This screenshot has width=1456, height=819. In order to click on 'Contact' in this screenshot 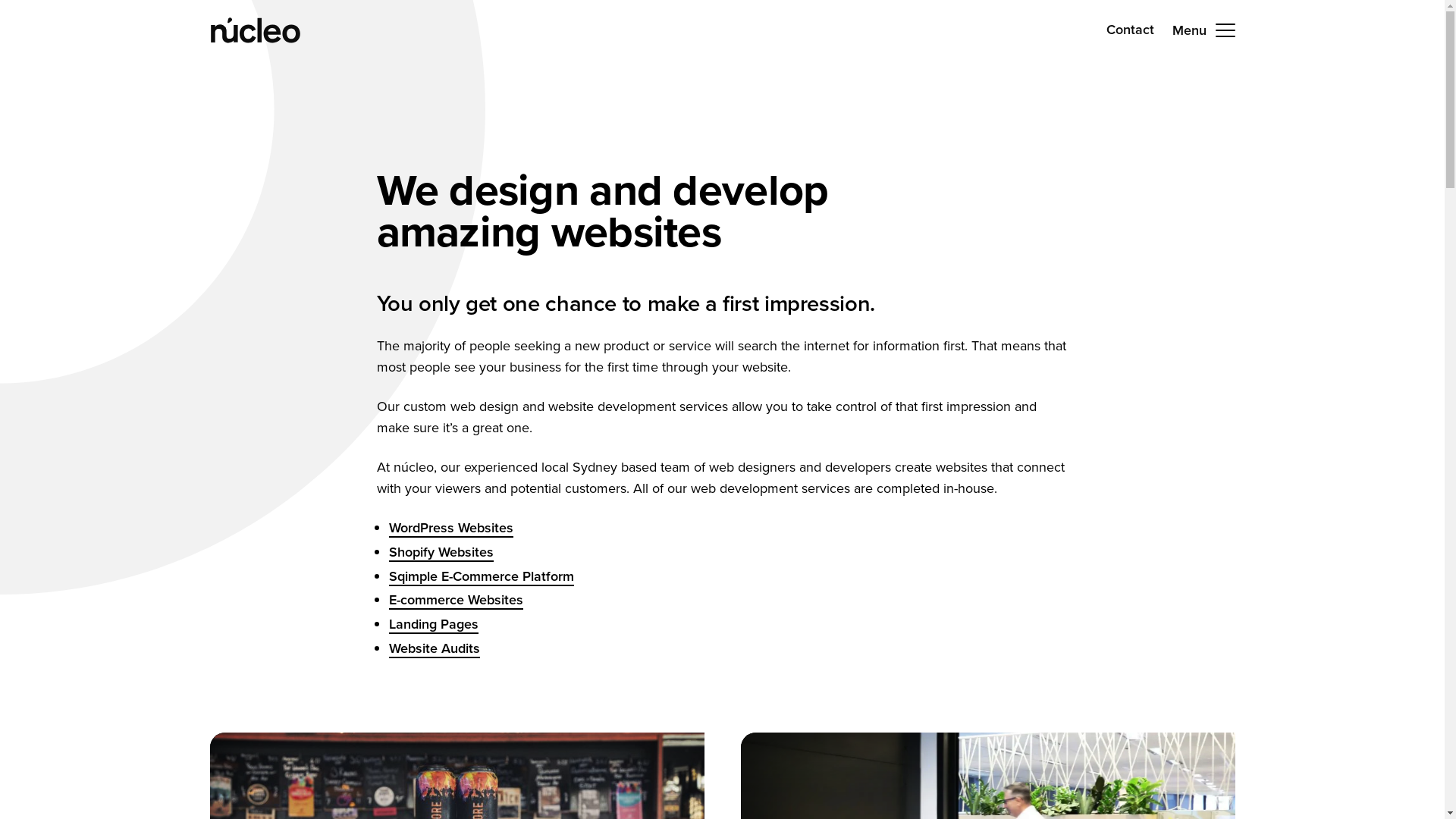, I will do `click(1129, 30)`.